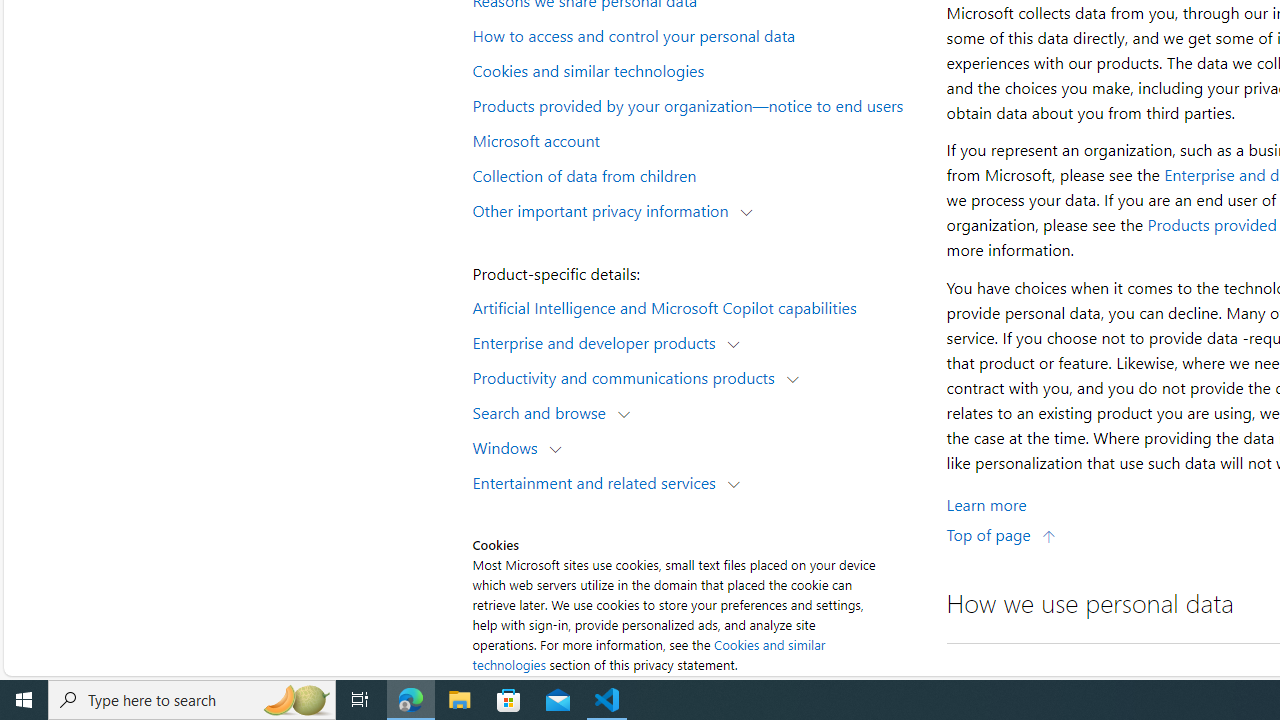 The width and height of the screenshot is (1280, 720). What do you see at coordinates (1001, 533) in the screenshot?
I see `'Top of page'` at bounding box center [1001, 533].